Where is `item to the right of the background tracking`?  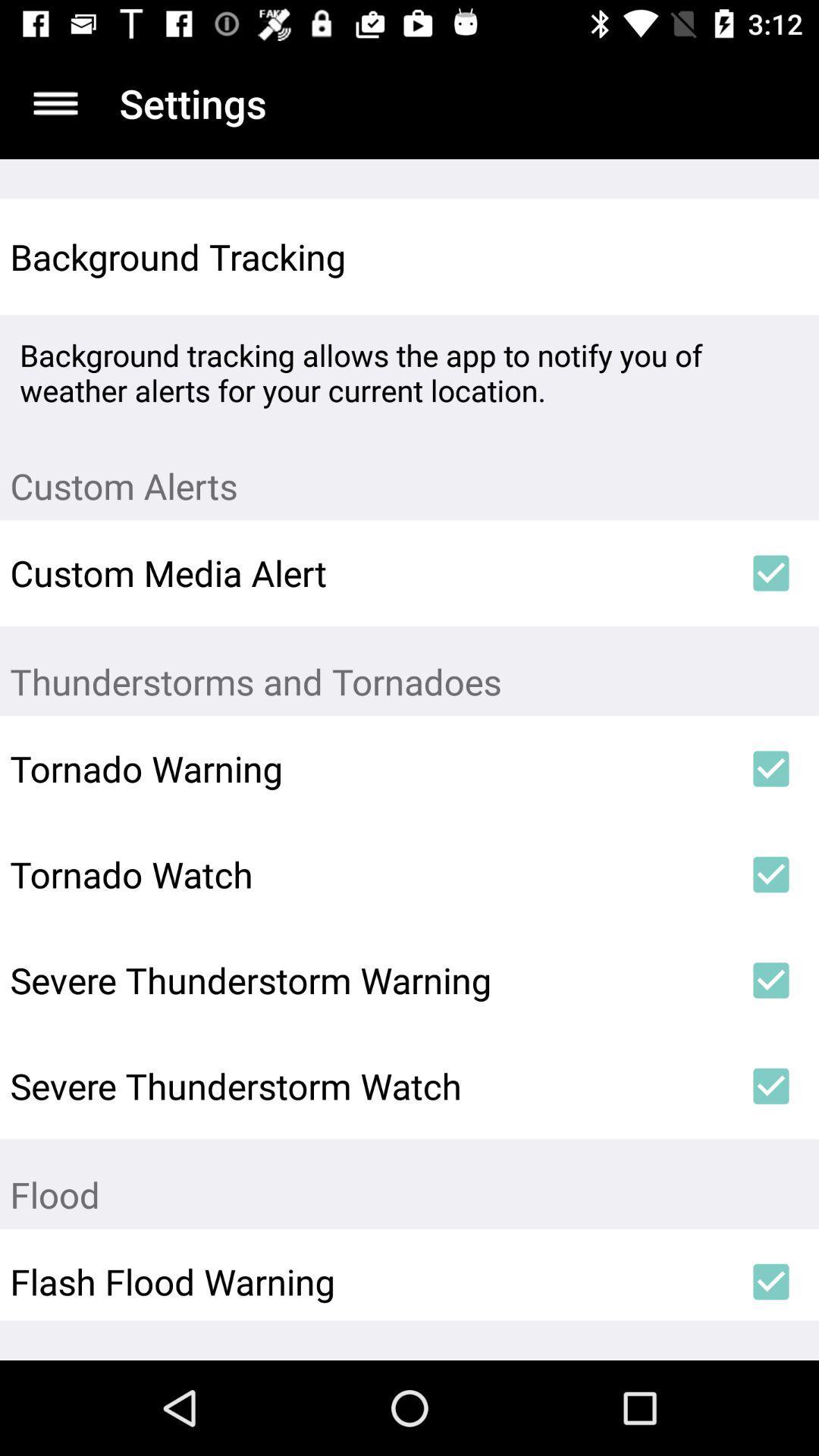 item to the right of the background tracking is located at coordinates (771, 257).